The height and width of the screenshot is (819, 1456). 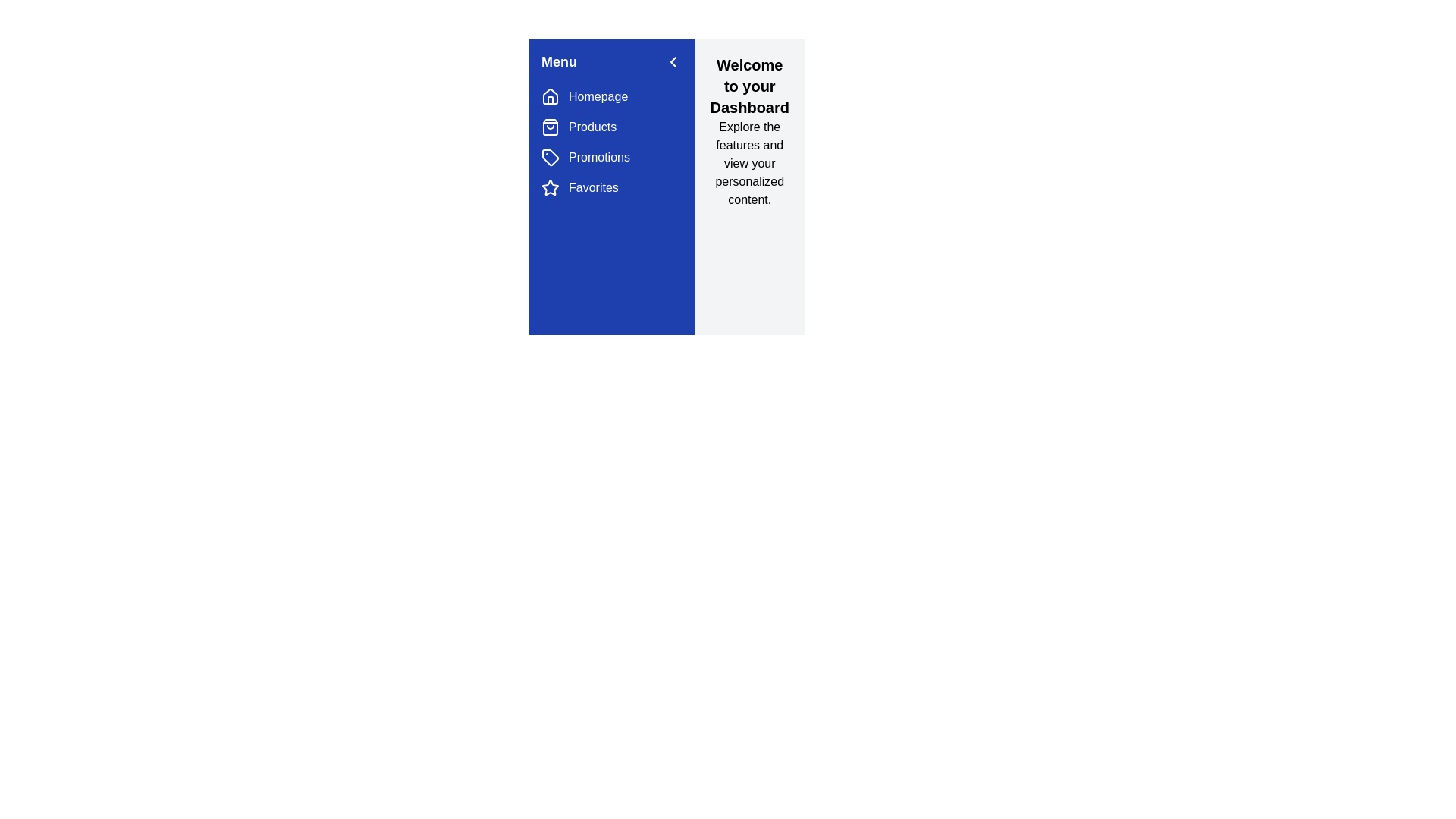 What do you see at coordinates (549, 158) in the screenshot?
I see `the navigation menu item corresponding to Promotions` at bounding box center [549, 158].